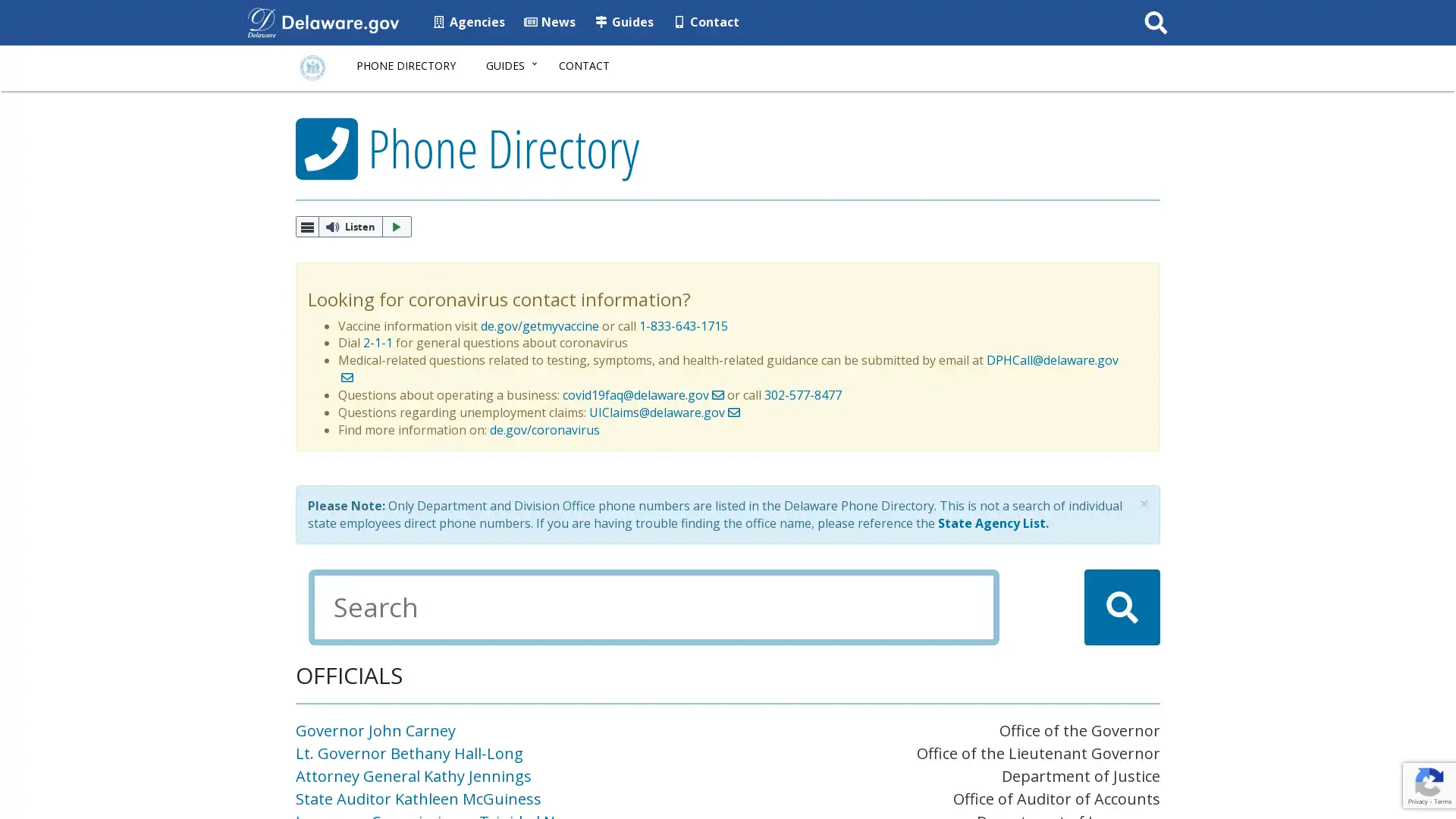 The height and width of the screenshot is (819, 1456). I want to click on webReader Menu, so click(307, 227).